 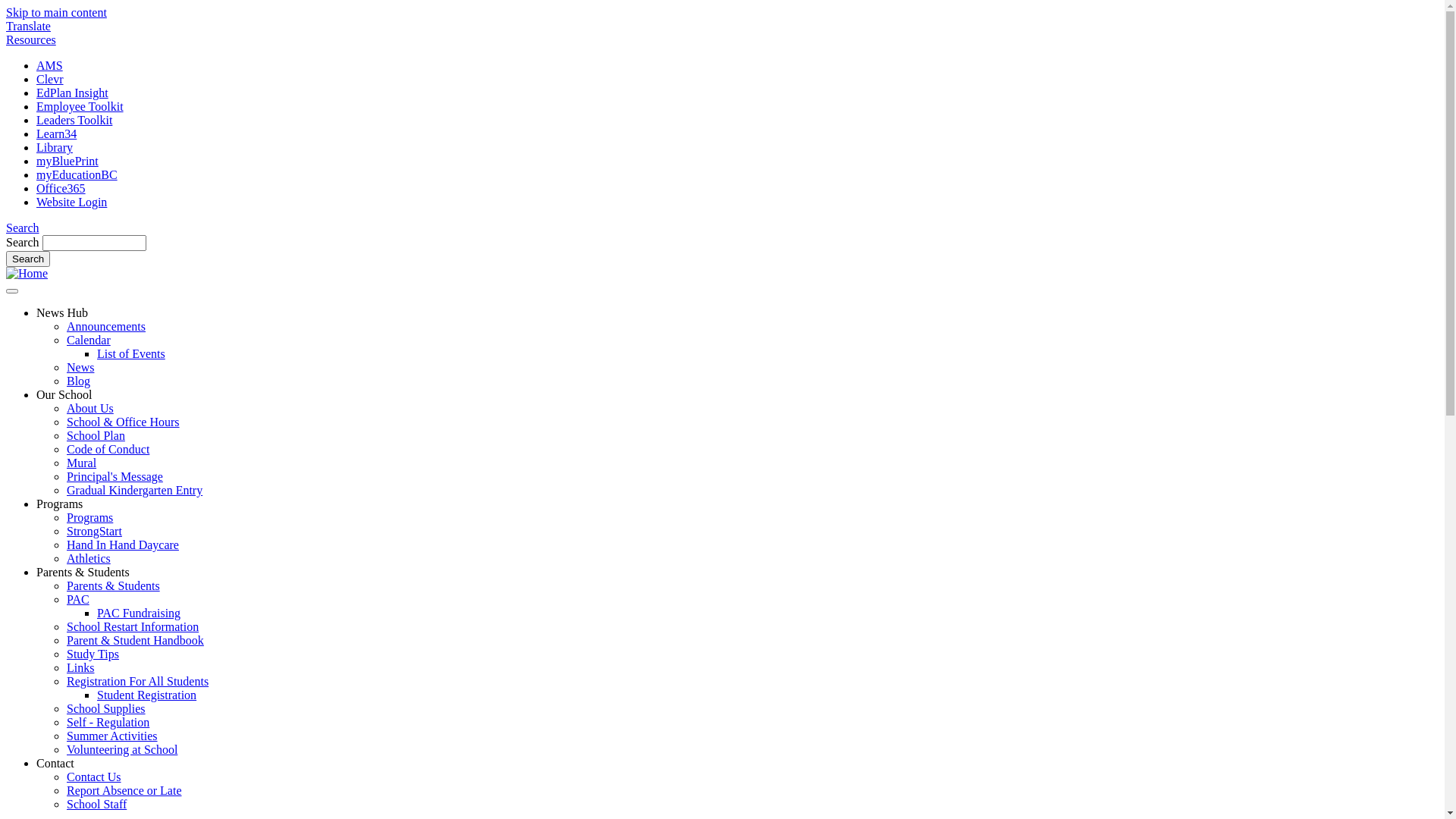 I want to click on 'School Plan', so click(x=95, y=435).